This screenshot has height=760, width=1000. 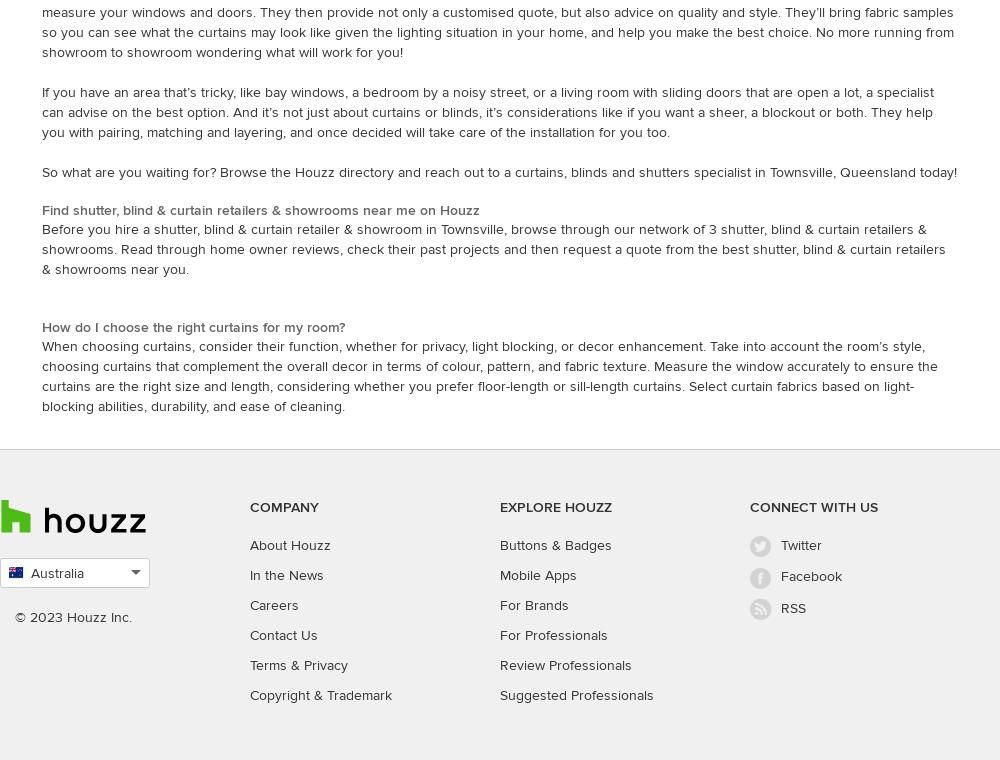 I want to click on 'Copyright & Trademark', so click(x=320, y=695).